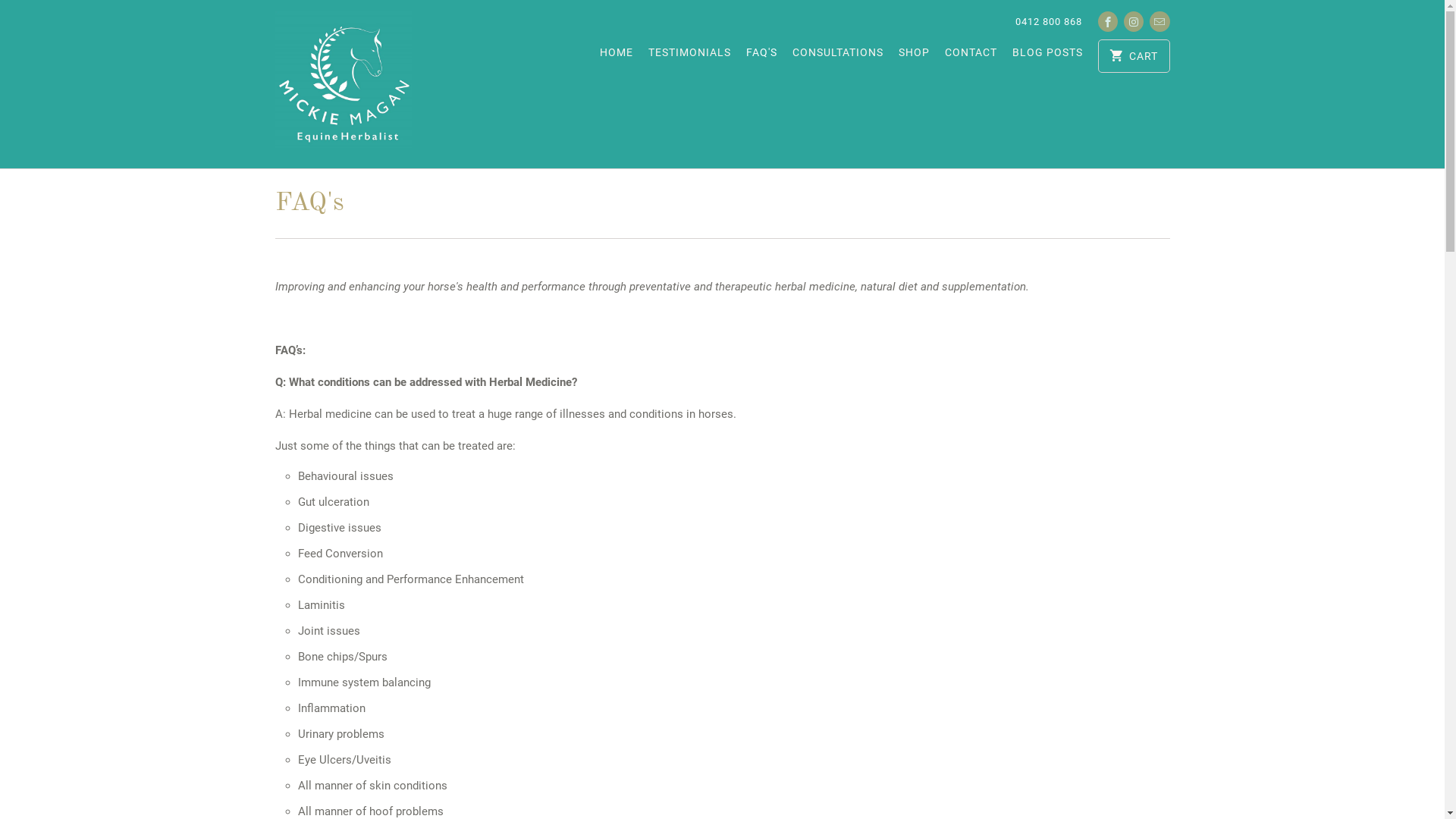 The image size is (1456, 819). Describe the element at coordinates (1047, 22) in the screenshot. I see `'0412 800 868'` at that location.